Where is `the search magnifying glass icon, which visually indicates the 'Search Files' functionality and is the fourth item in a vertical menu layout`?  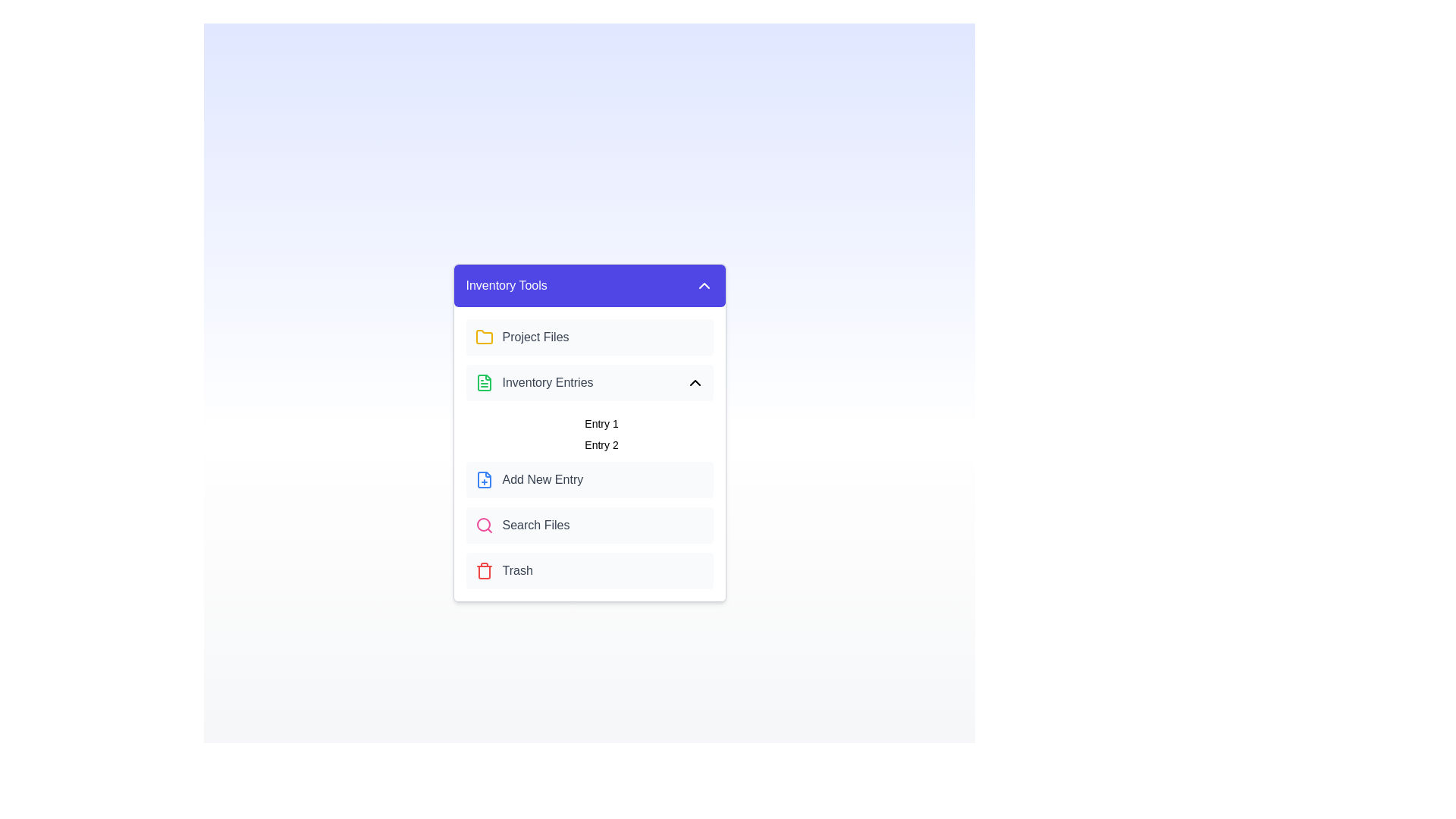
the search magnifying glass icon, which visually indicates the 'Search Files' functionality and is the fourth item in a vertical menu layout is located at coordinates (483, 525).